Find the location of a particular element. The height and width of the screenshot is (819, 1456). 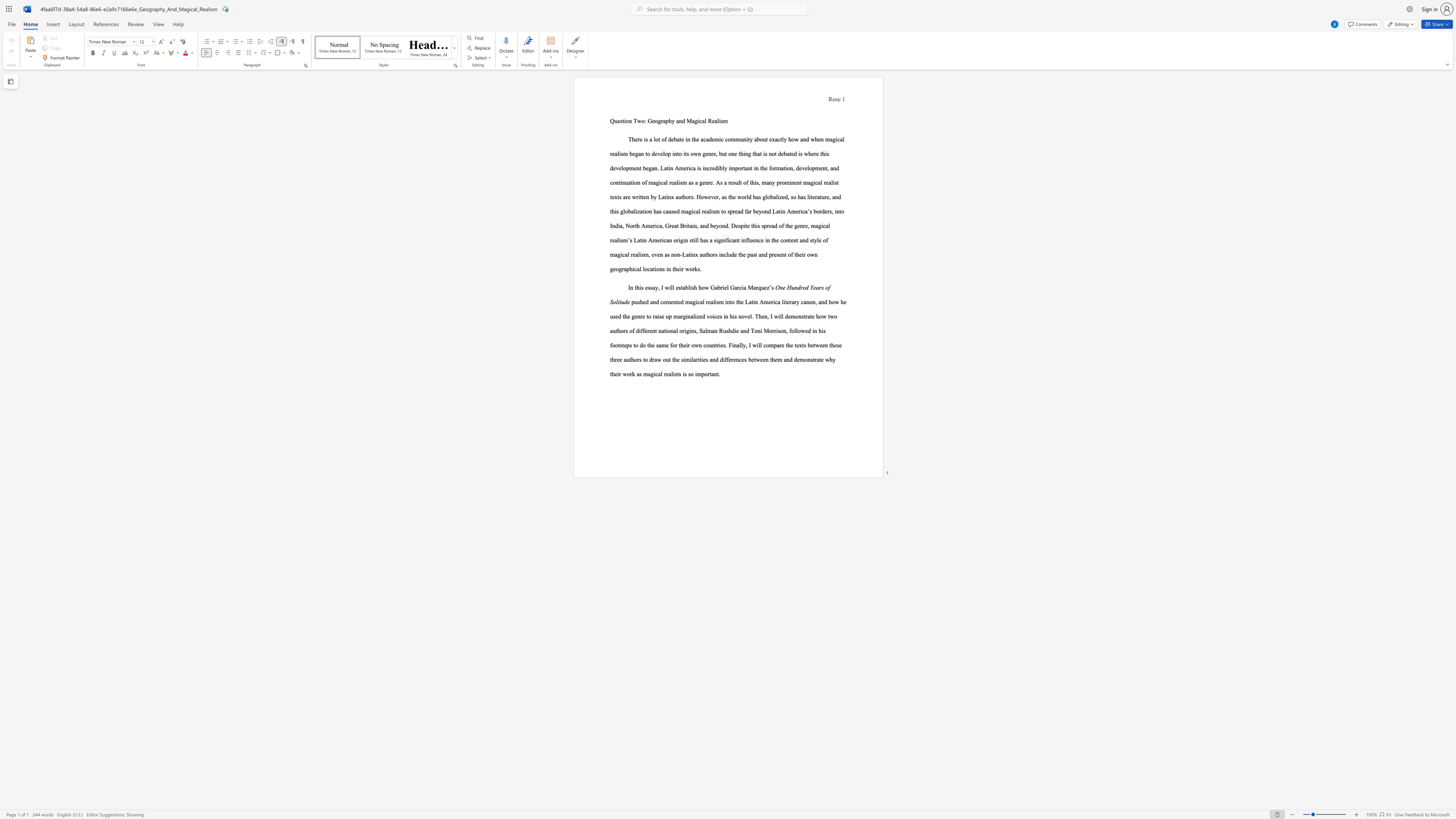

the 2th character "s" in the text is located at coordinates (620, 345).